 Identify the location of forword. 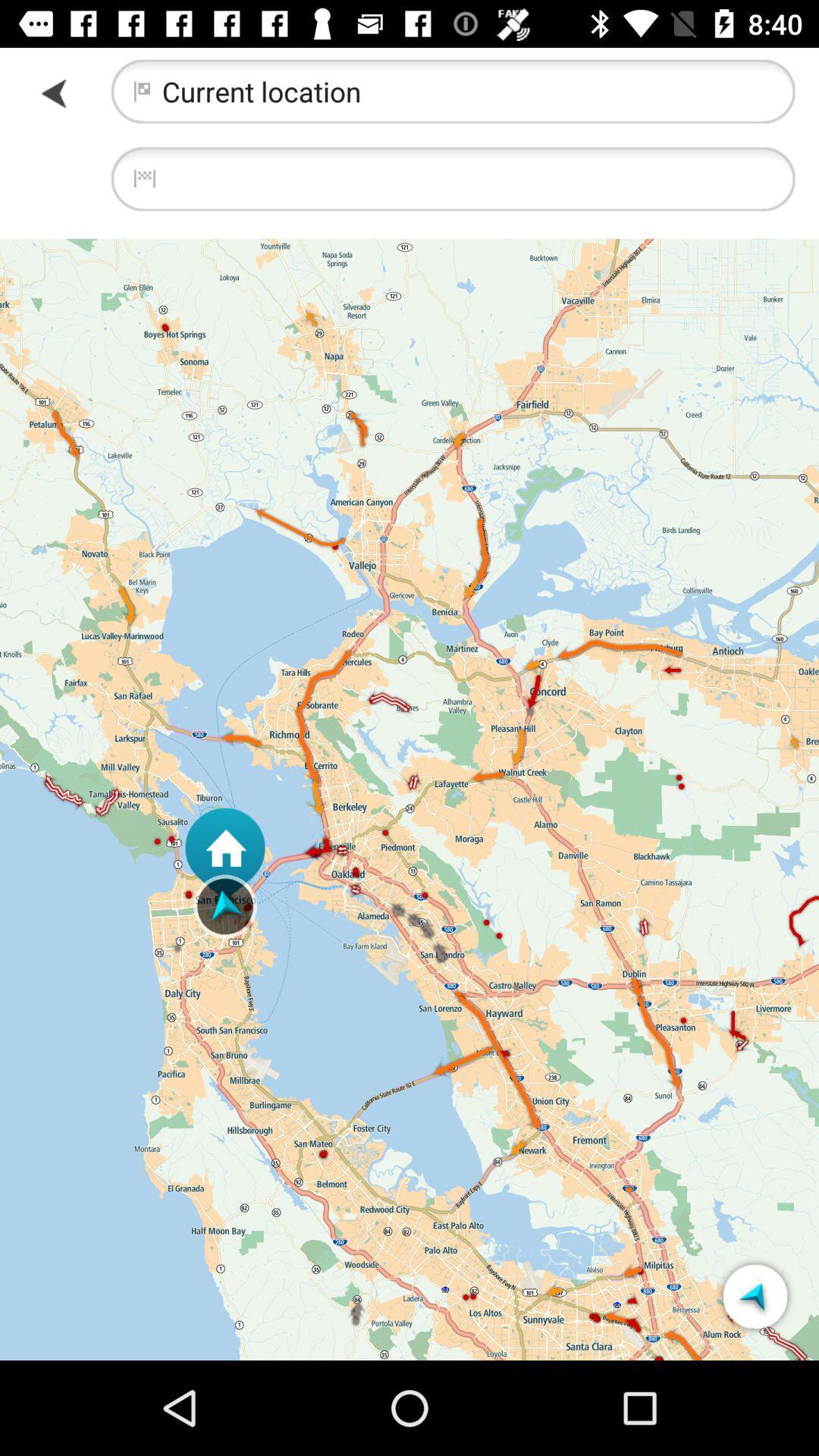
(55, 92).